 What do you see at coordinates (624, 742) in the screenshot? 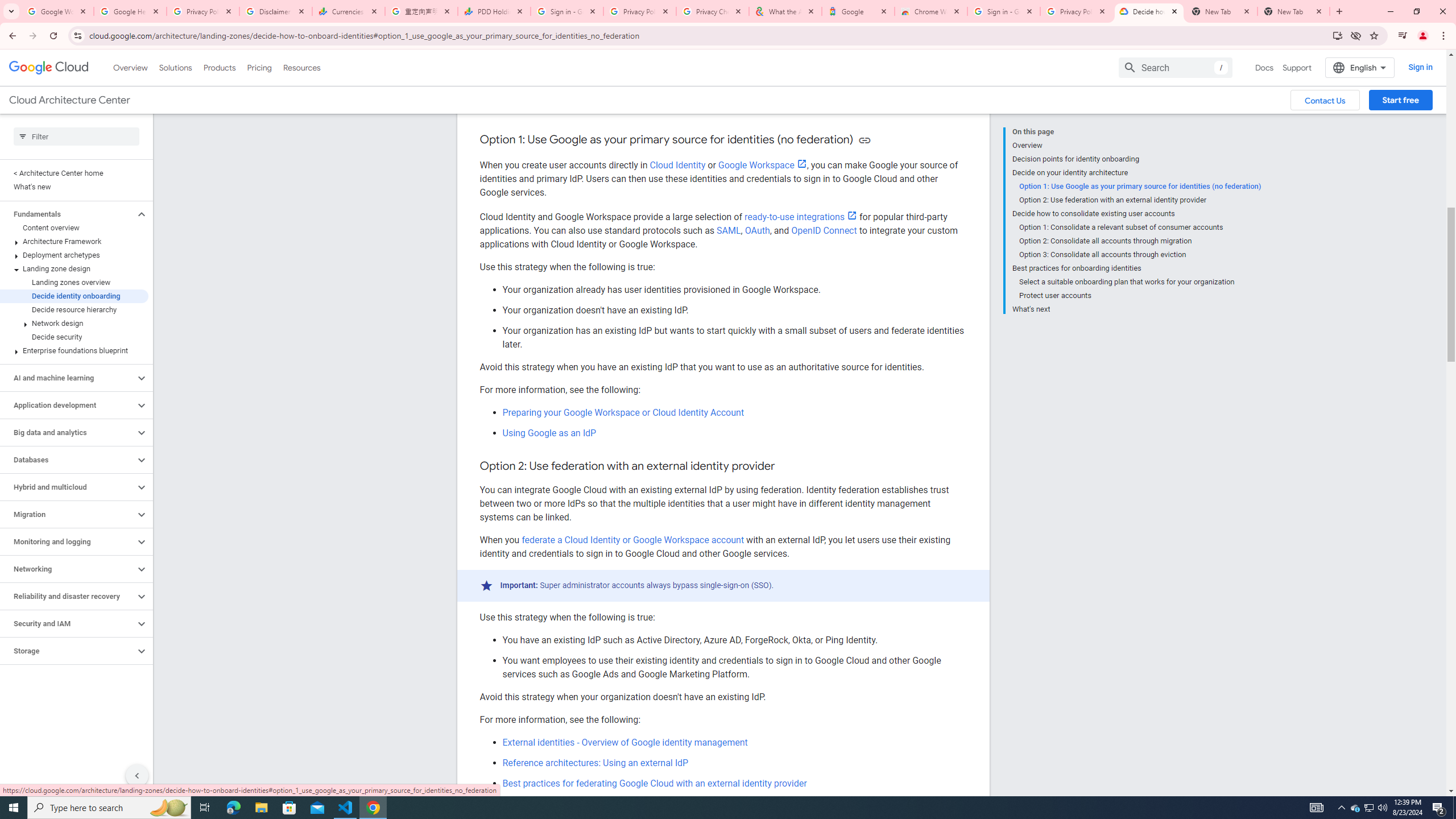
I see `'External identities - Overview of Google identity management'` at bounding box center [624, 742].